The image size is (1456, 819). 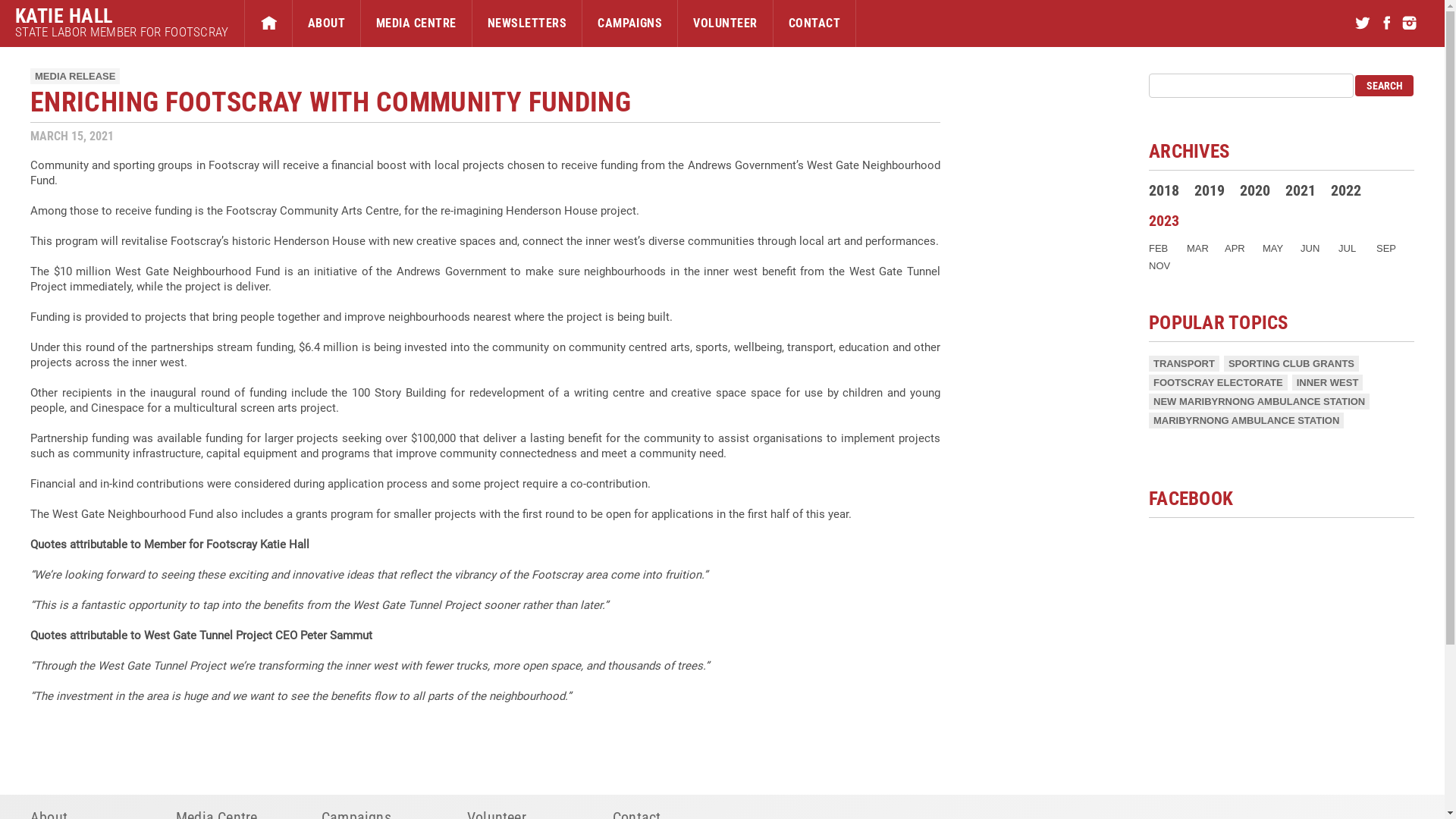 I want to click on 'INNER WEST', so click(x=1327, y=381).